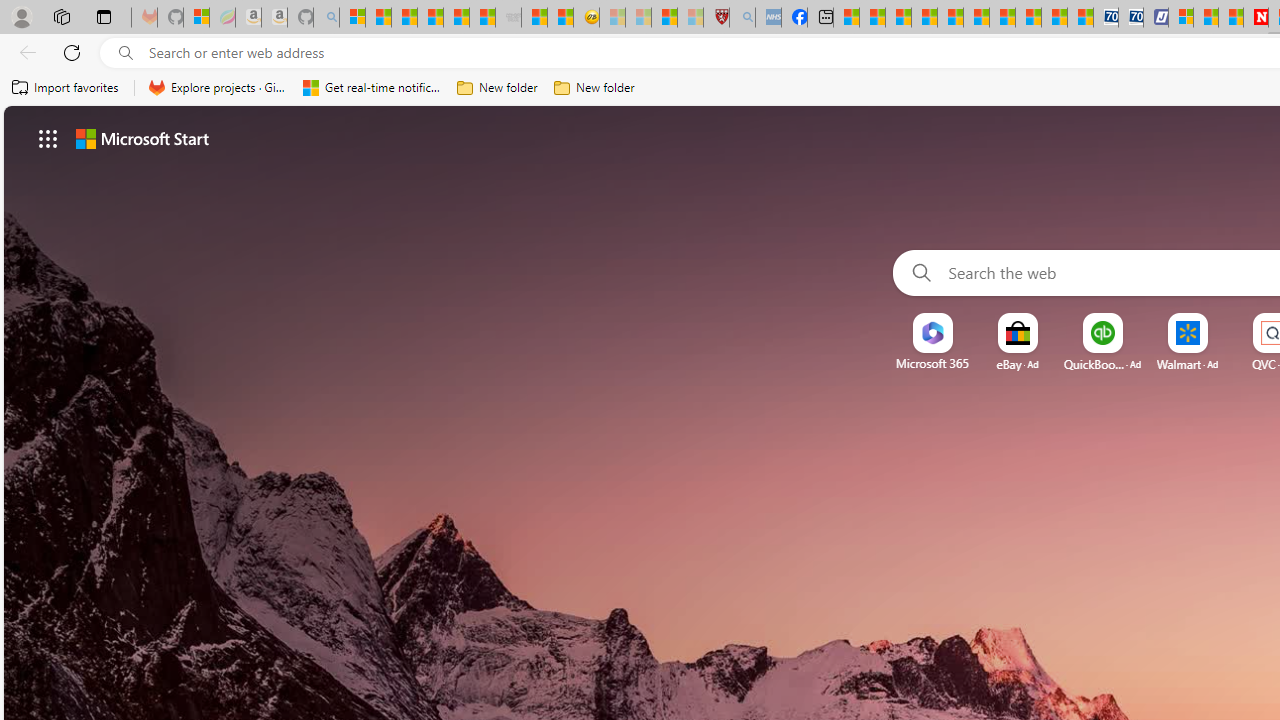  Describe the element at coordinates (593, 87) in the screenshot. I see `'New folder'` at that location.